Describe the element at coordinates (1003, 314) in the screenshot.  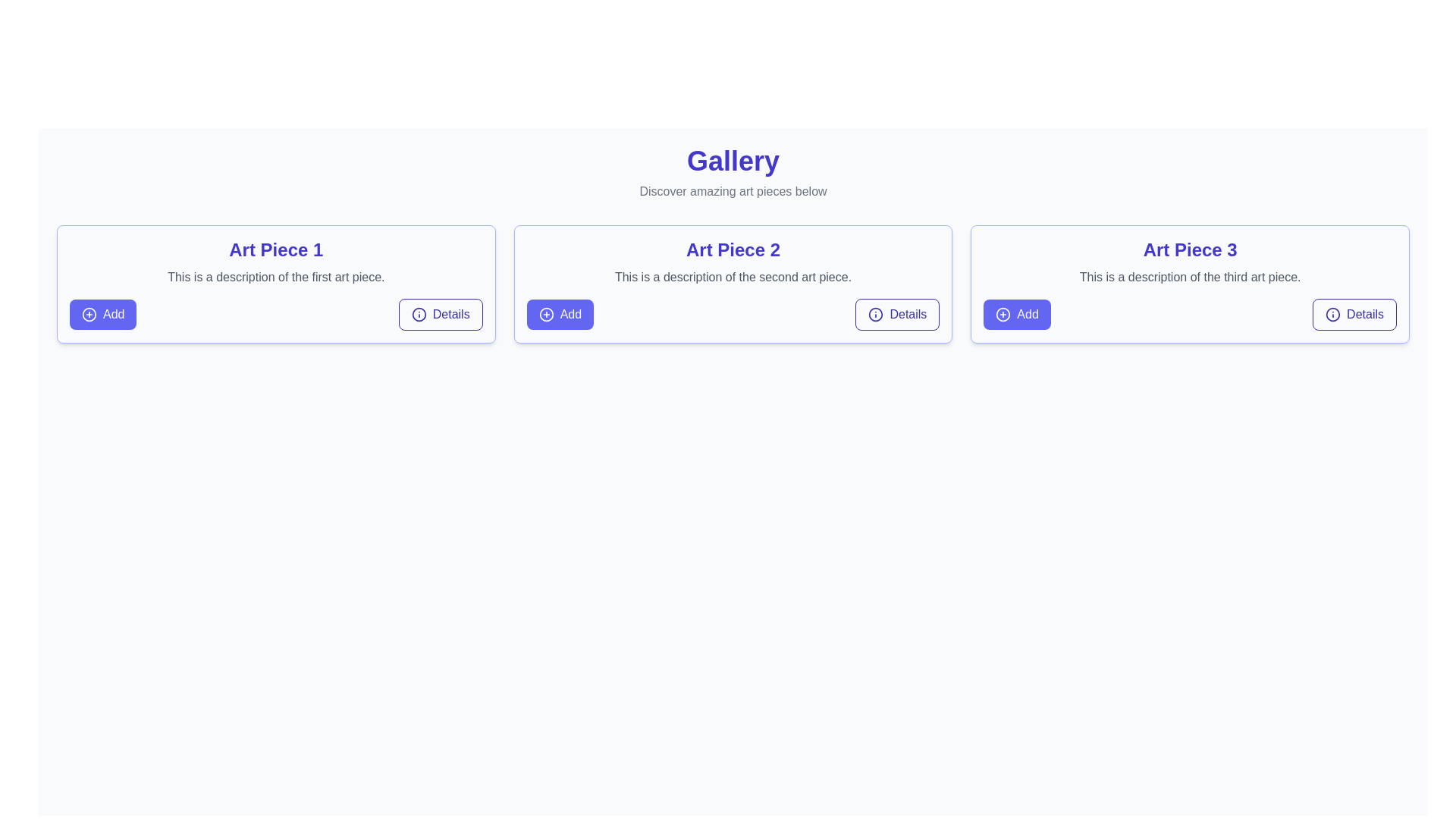
I see `the 'Add' icon associated with the 'Add' button for 'Art Piece 3' located in the third card of the gallery` at that location.